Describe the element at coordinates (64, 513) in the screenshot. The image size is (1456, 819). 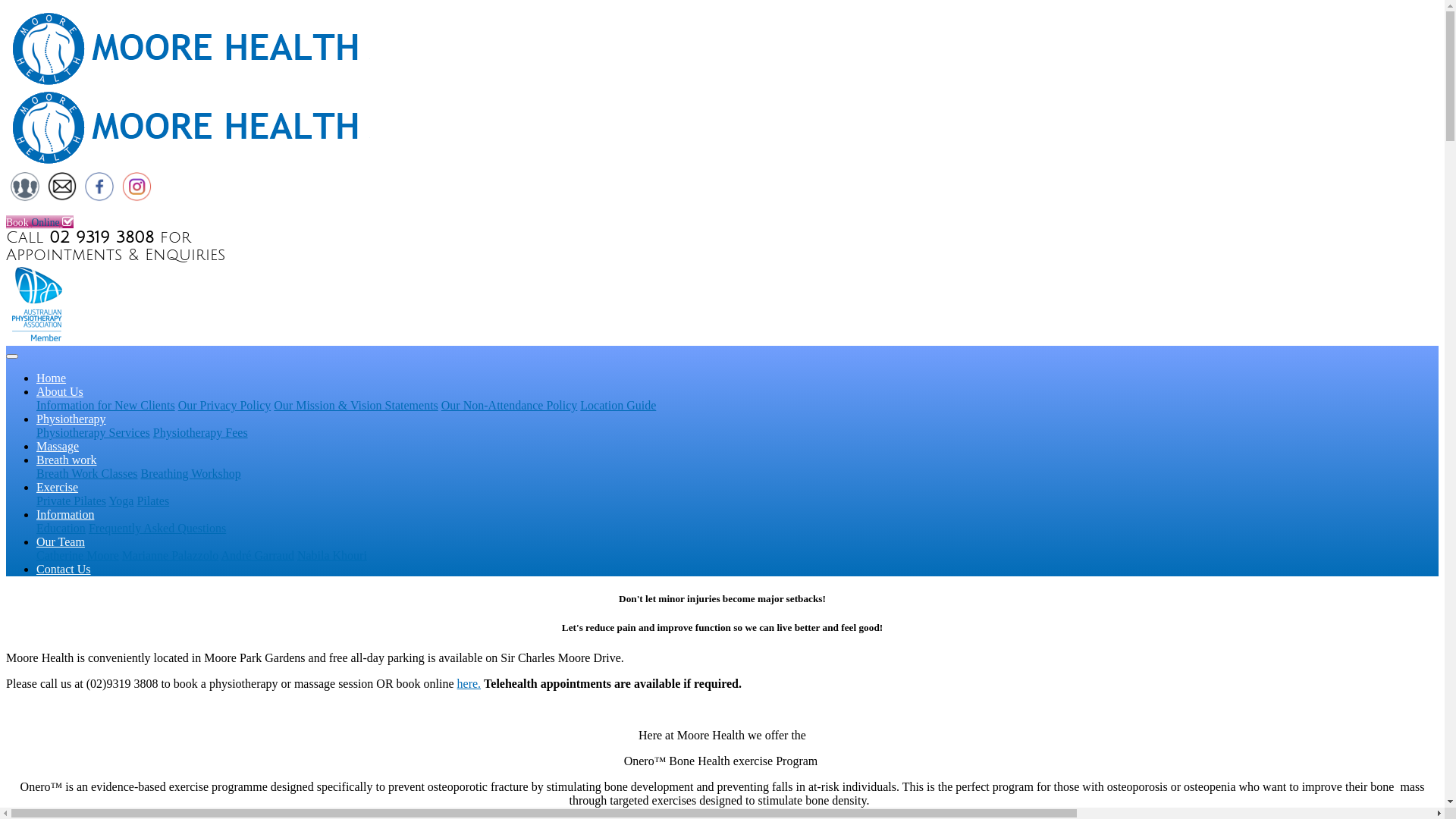
I see `'Information'` at that location.